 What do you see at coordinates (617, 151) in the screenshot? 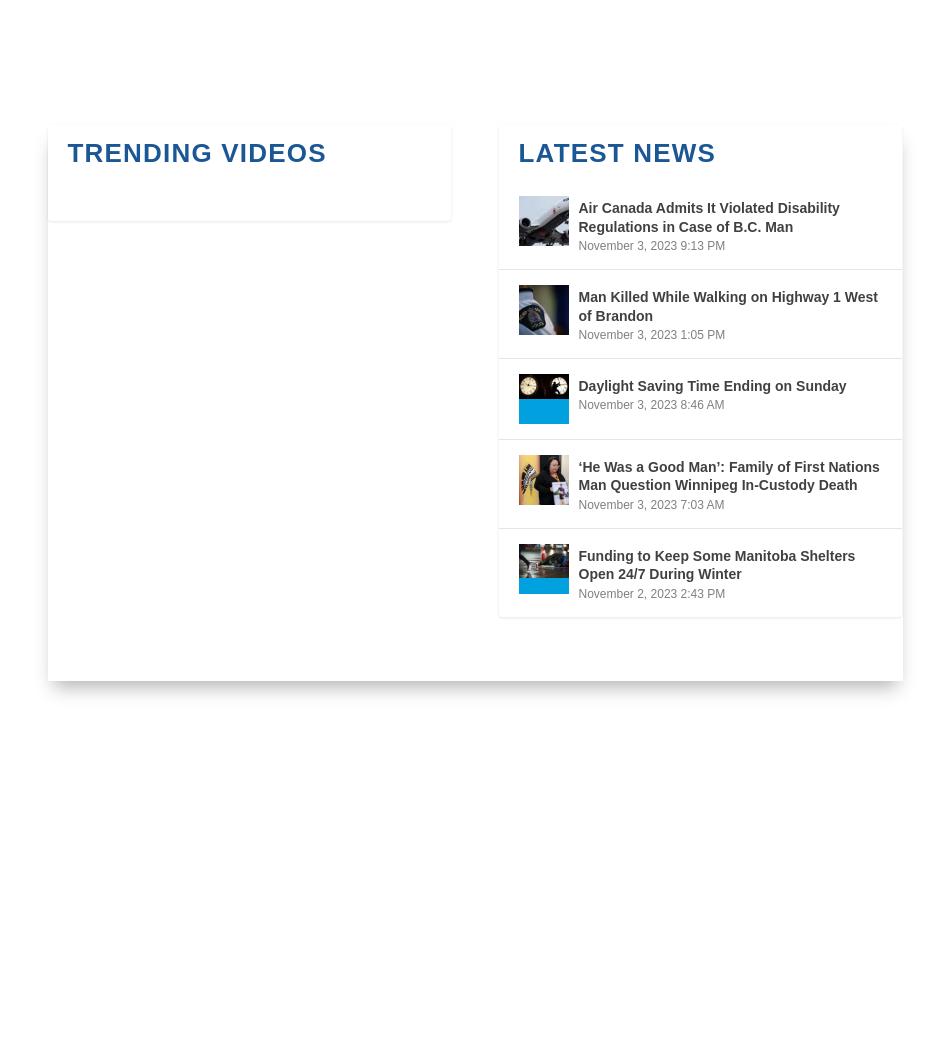
I see `'LATEST NEWS'` at bounding box center [617, 151].